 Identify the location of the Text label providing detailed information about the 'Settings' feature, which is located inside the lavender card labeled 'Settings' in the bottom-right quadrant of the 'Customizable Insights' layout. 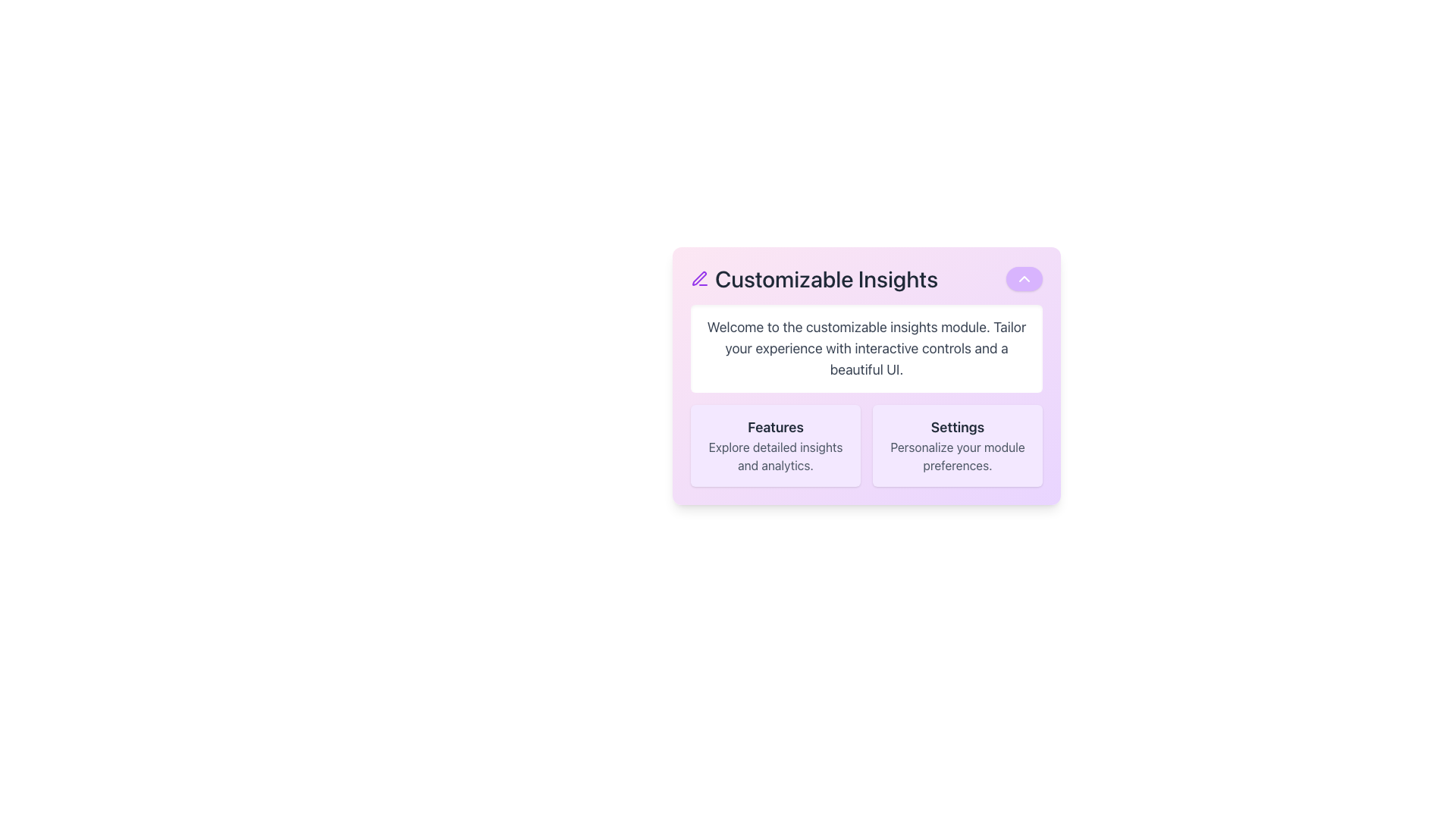
(956, 455).